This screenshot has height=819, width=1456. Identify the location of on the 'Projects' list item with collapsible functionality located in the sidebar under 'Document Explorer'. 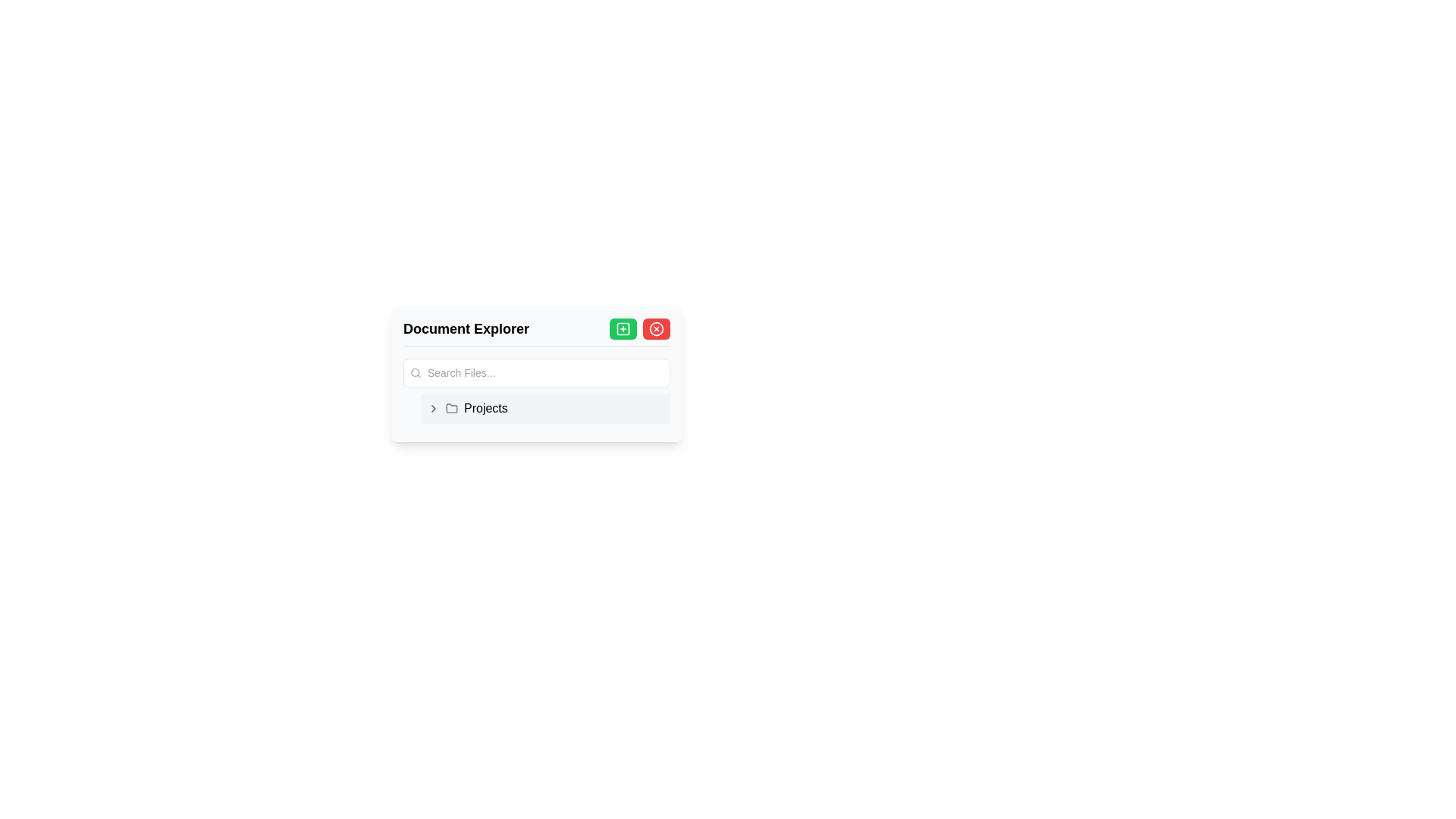
(546, 408).